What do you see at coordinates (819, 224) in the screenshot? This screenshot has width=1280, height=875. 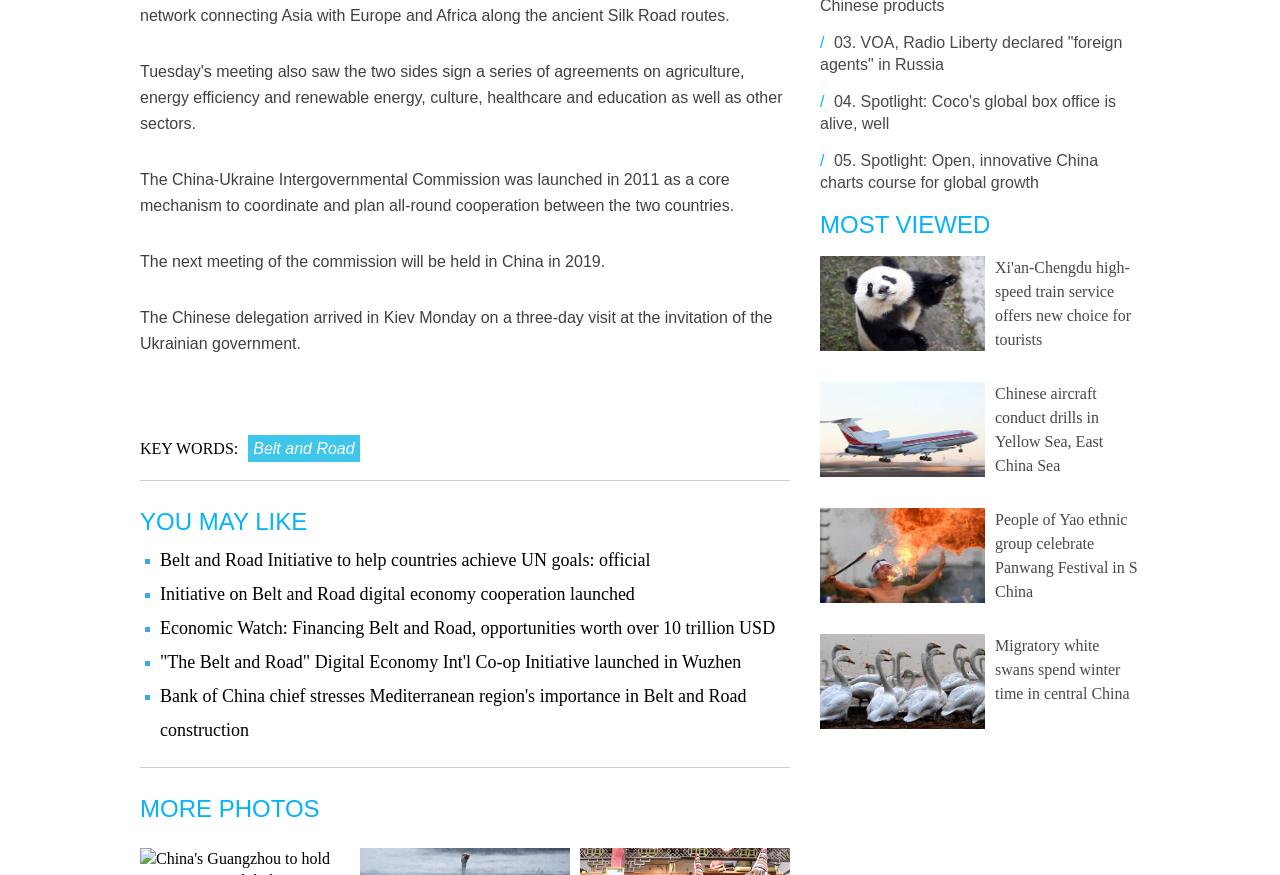 I see `'MOST VIEWED'` at bounding box center [819, 224].